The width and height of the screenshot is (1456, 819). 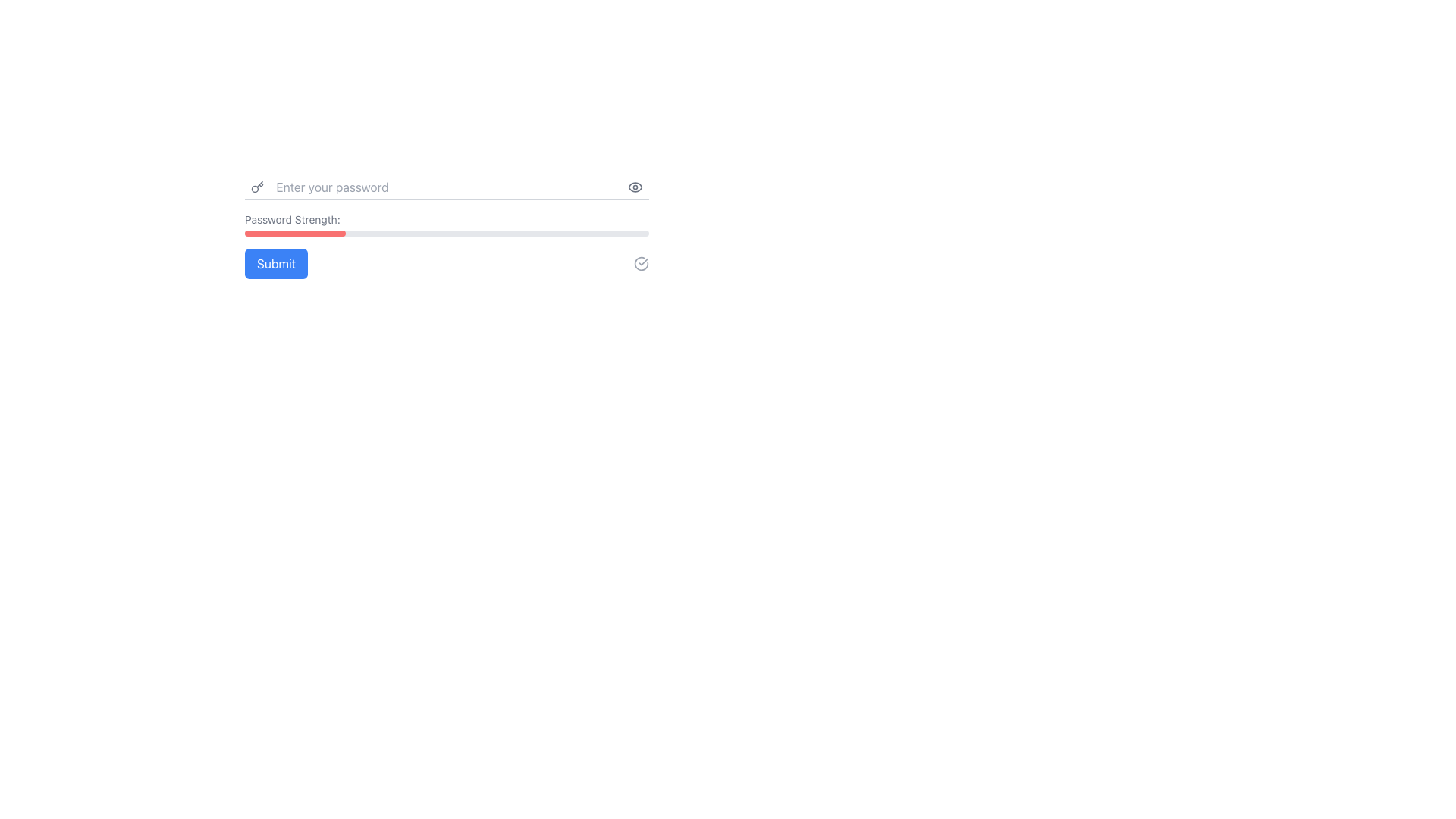 I want to click on the circular icon with a checkmark inside it, located to the right of the 'Submit' button, styled as an outlined gray graphic, so click(x=641, y=262).